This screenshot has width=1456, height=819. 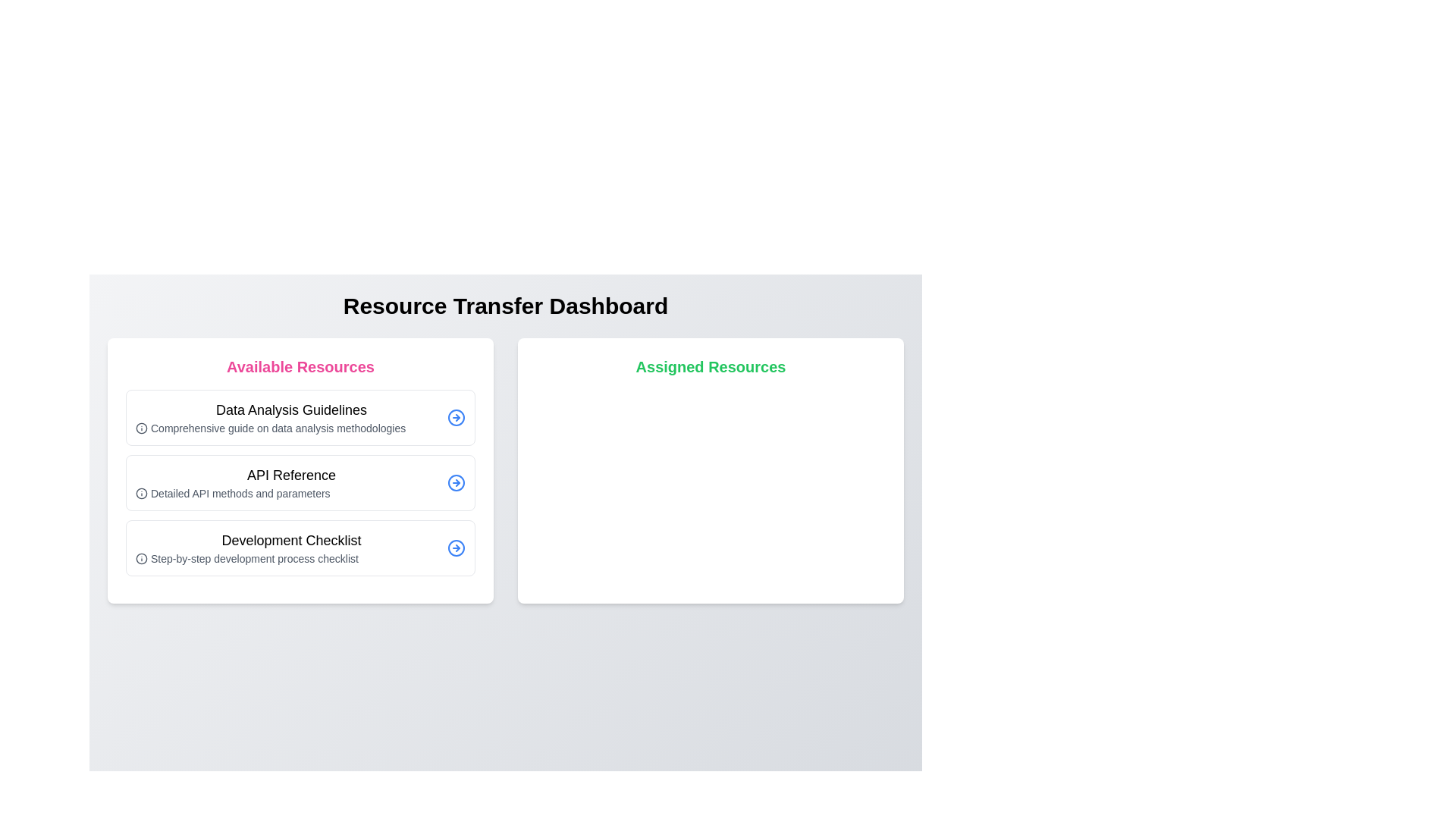 I want to click on the 'Development Checklist' component which includes the title in bold and a subtitle, positioned as the third element under 'API Reference', so click(x=291, y=548).